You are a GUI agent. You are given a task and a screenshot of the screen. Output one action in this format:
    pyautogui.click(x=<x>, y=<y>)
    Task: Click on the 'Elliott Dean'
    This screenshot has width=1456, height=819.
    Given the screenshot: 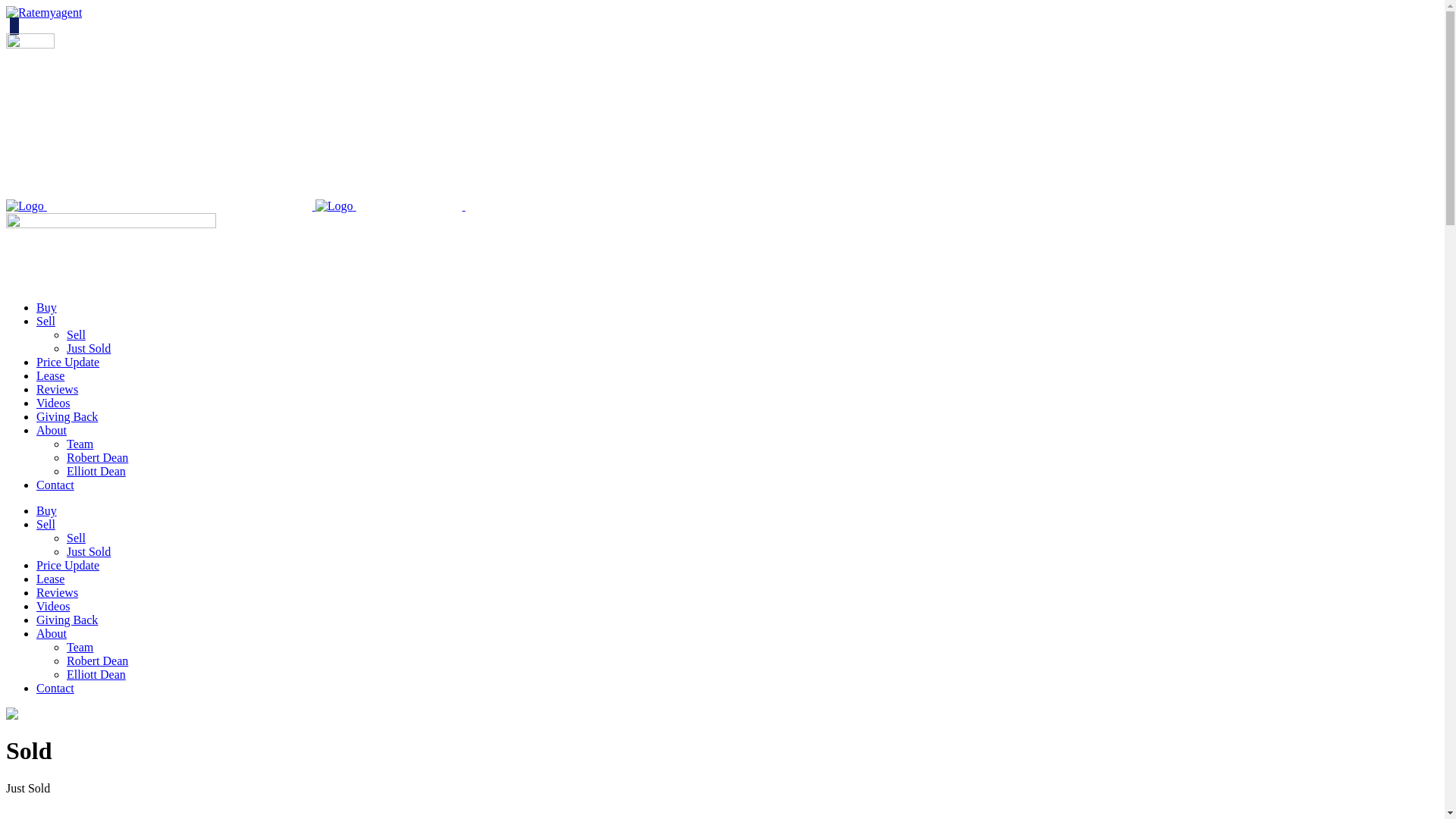 What is the action you would take?
    pyautogui.click(x=65, y=673)
    